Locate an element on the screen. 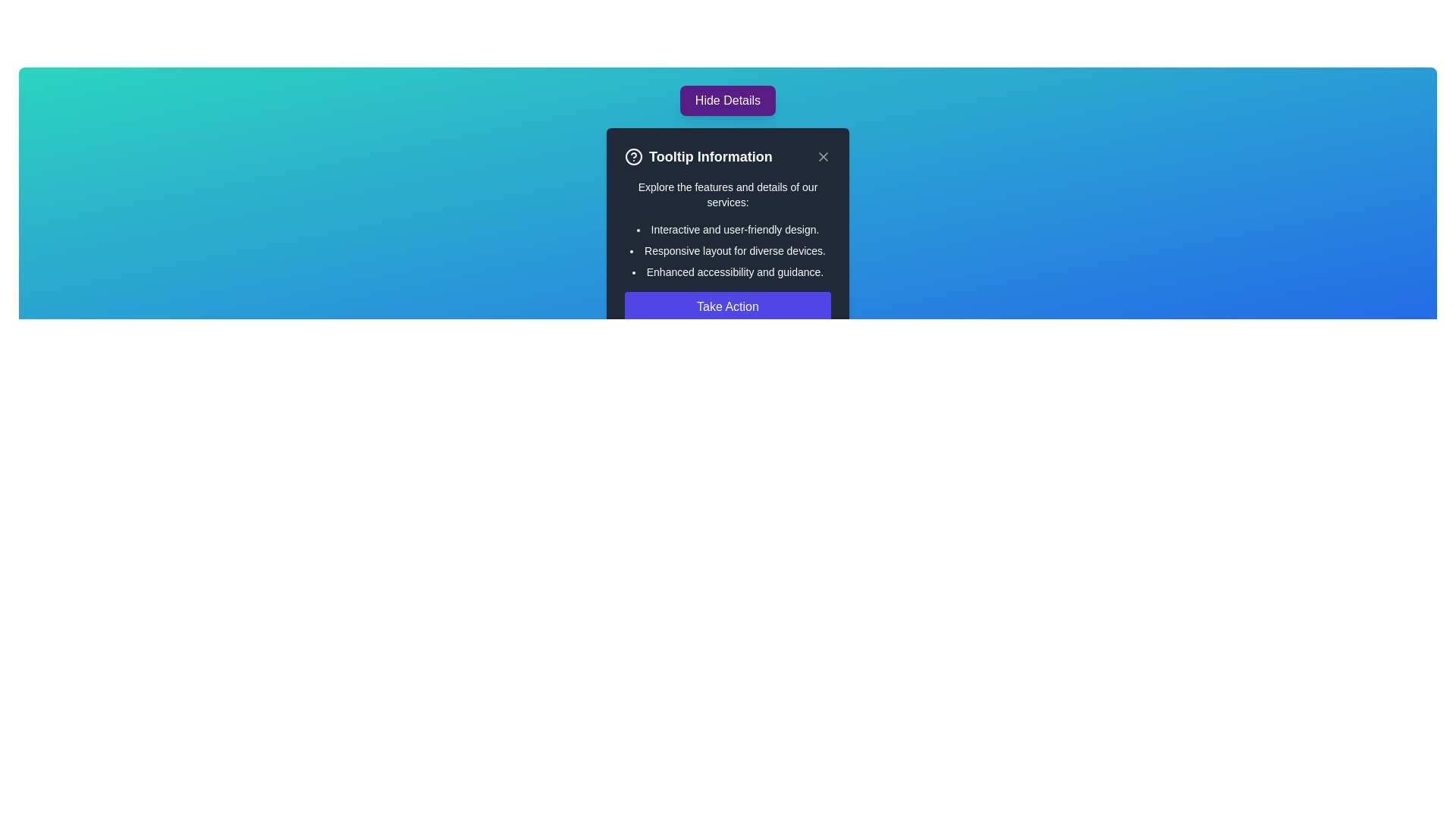 This screenshot has width=1456, height=819. the third item in the 'Tooltip Information' bulleted list, which presents information but has no interactive functionality is located at coordinates (728, 271).